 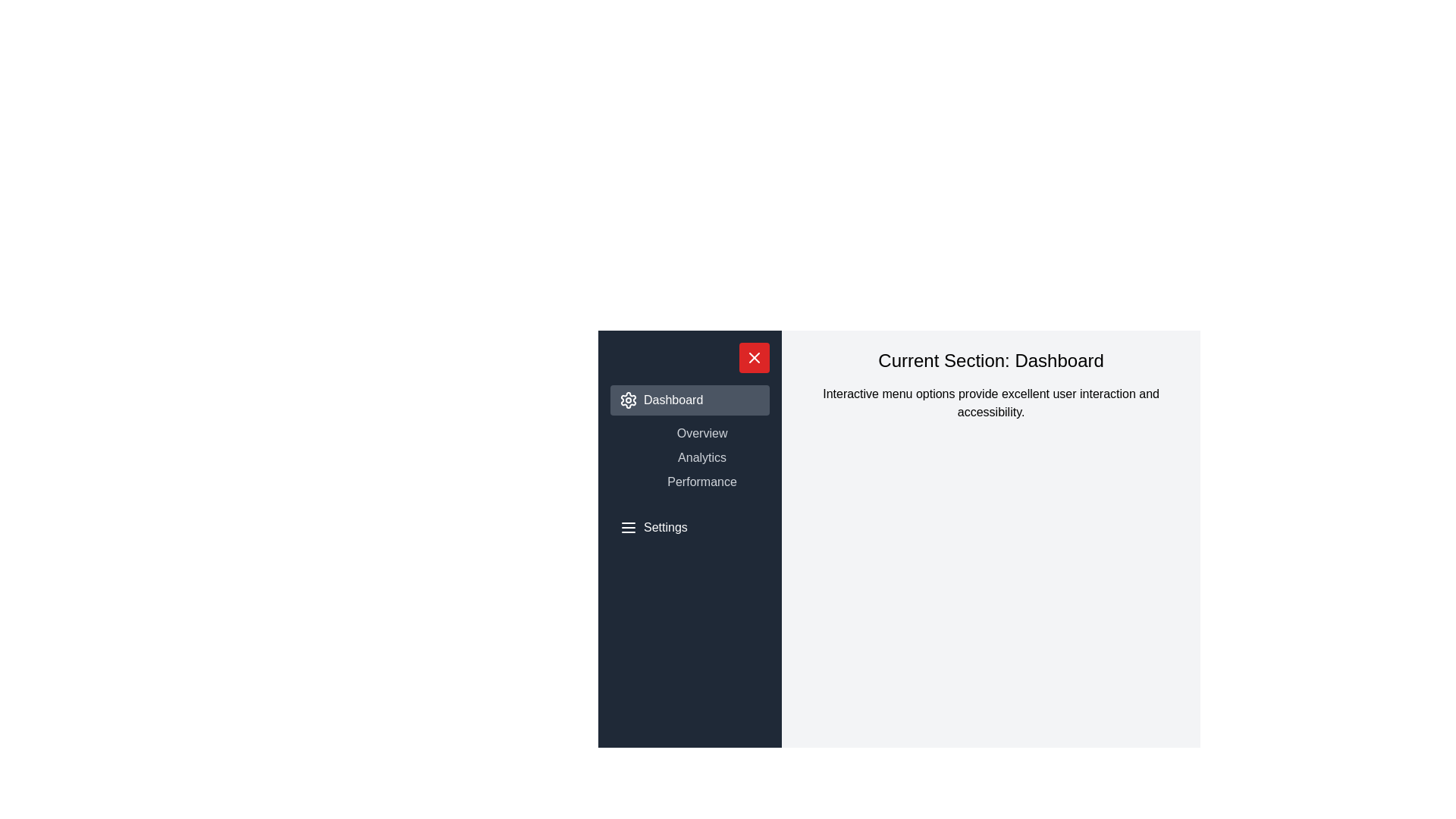 What do you see at coordinates (991, 360) in the screenshot?
I see `text label indicating the current active section, which is 'Dashboard'` at bounding box center [991, 360].